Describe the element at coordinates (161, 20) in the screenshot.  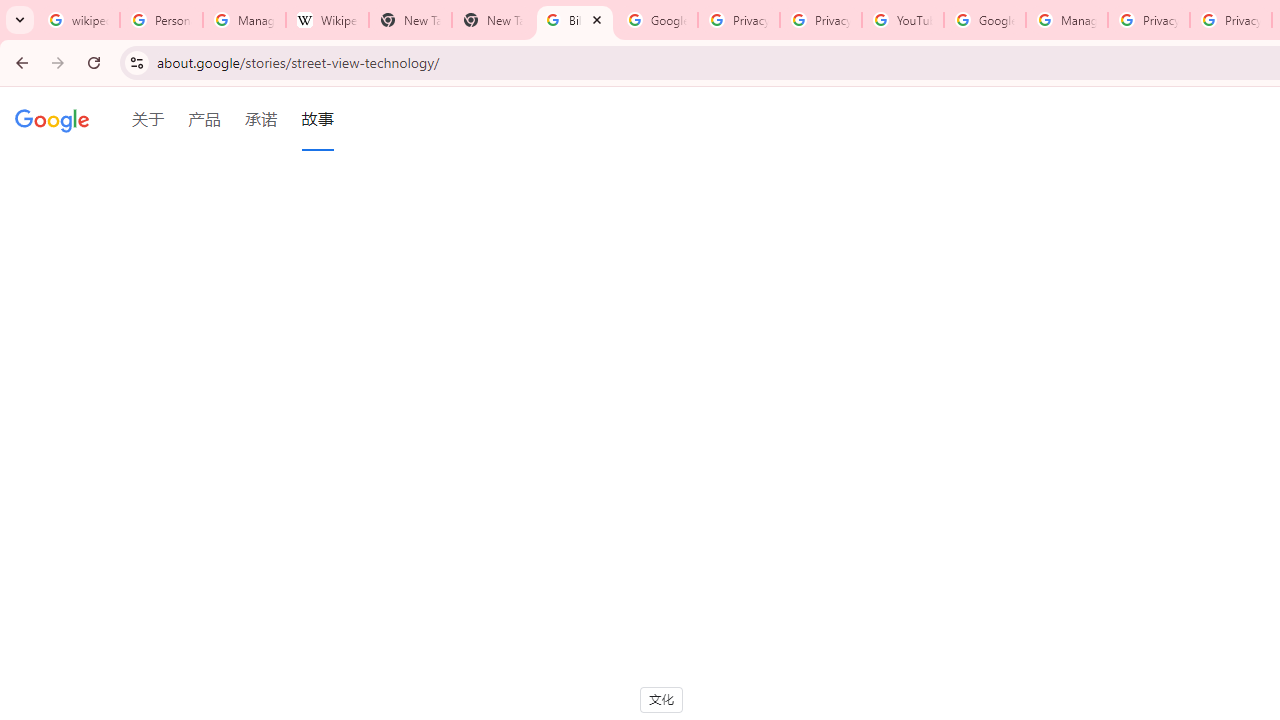
I see `'Personalization & Google Search results - Google Search Help'` at that location.